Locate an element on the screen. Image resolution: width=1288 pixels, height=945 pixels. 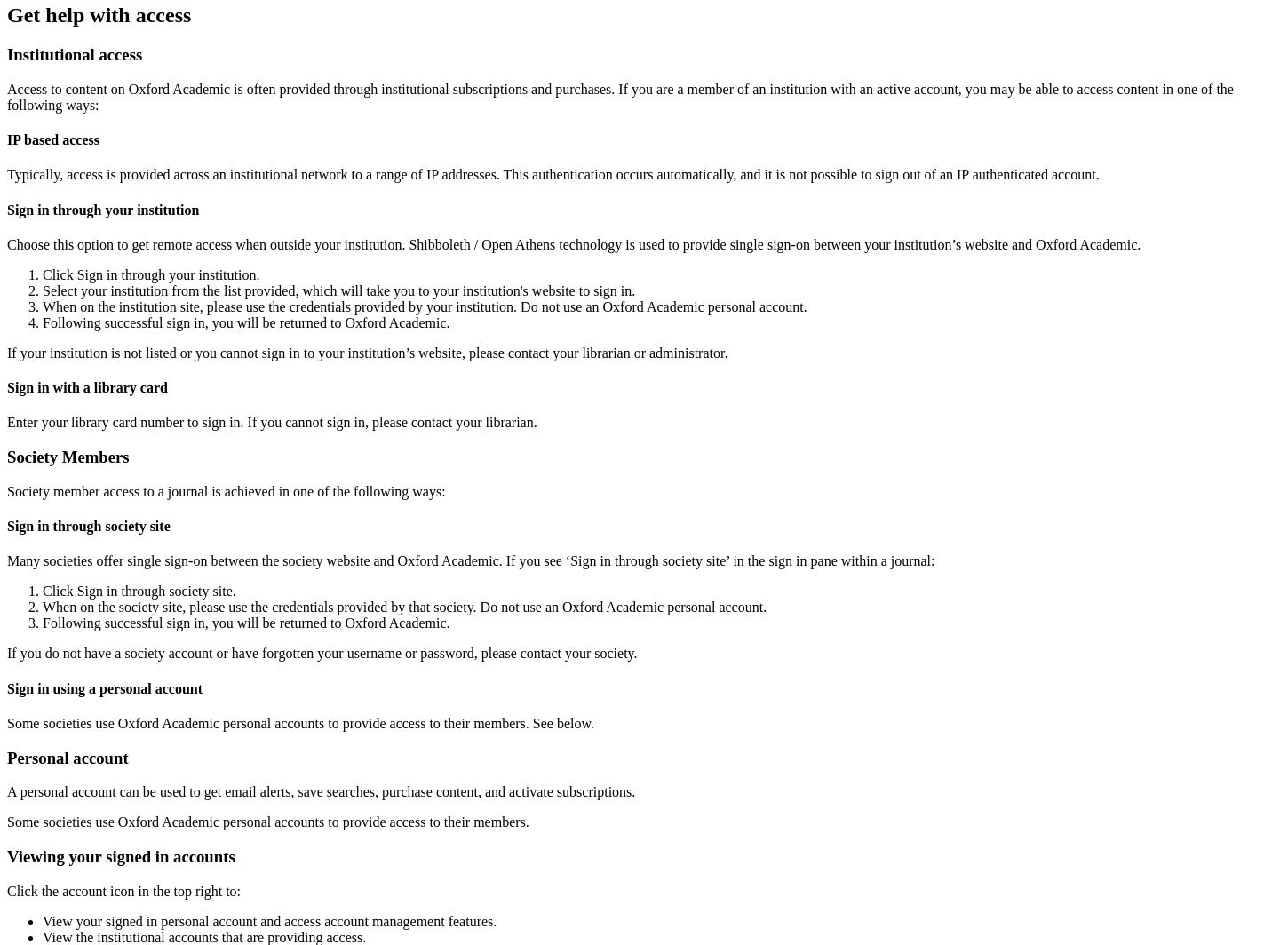
'IP based access' is located at coordinates (53, 139).